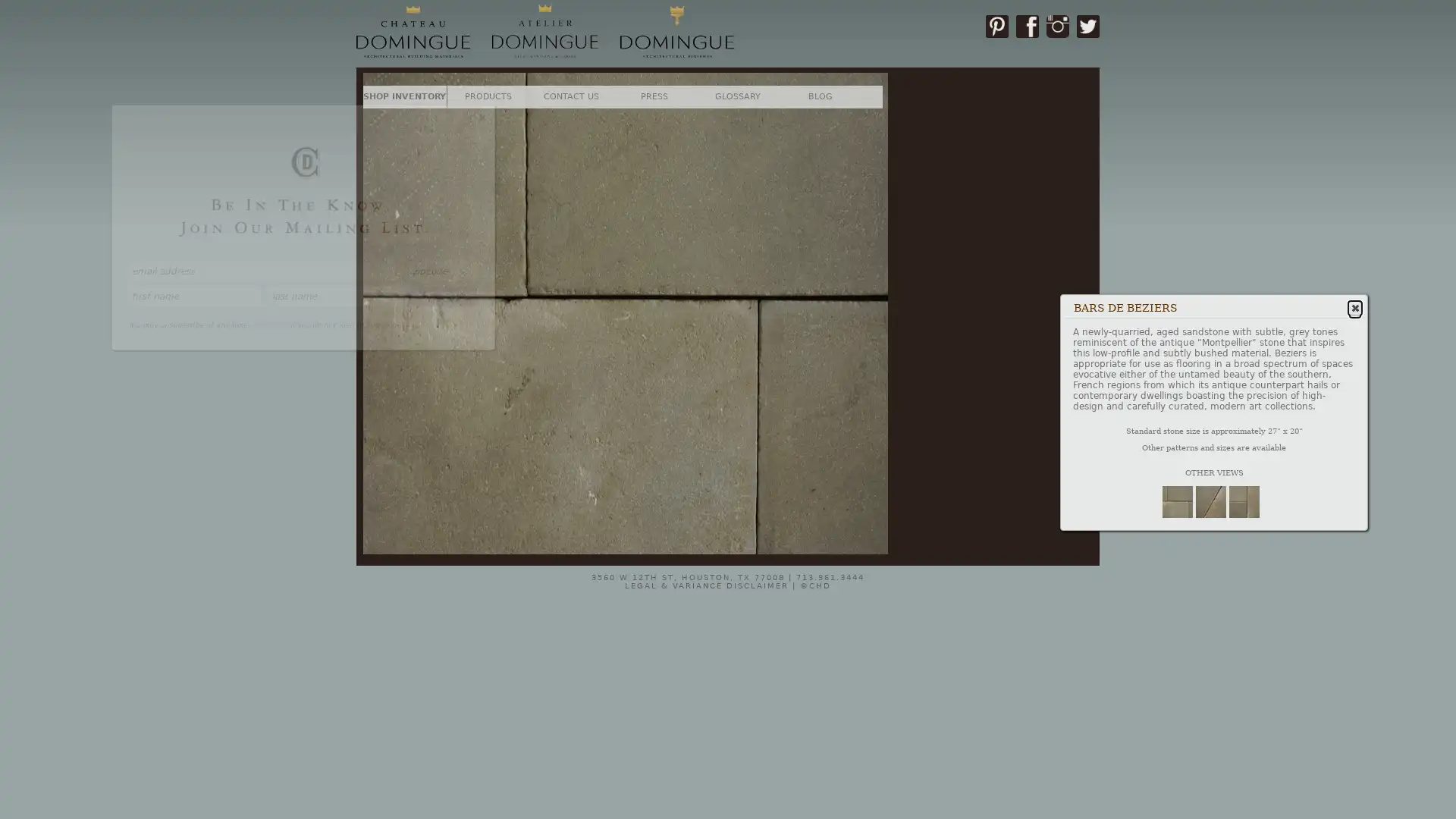  What do you see at coordinates (442, 295) in the screenshot?
I see `SUBSCRIBE` at bounding box center [442, 295].